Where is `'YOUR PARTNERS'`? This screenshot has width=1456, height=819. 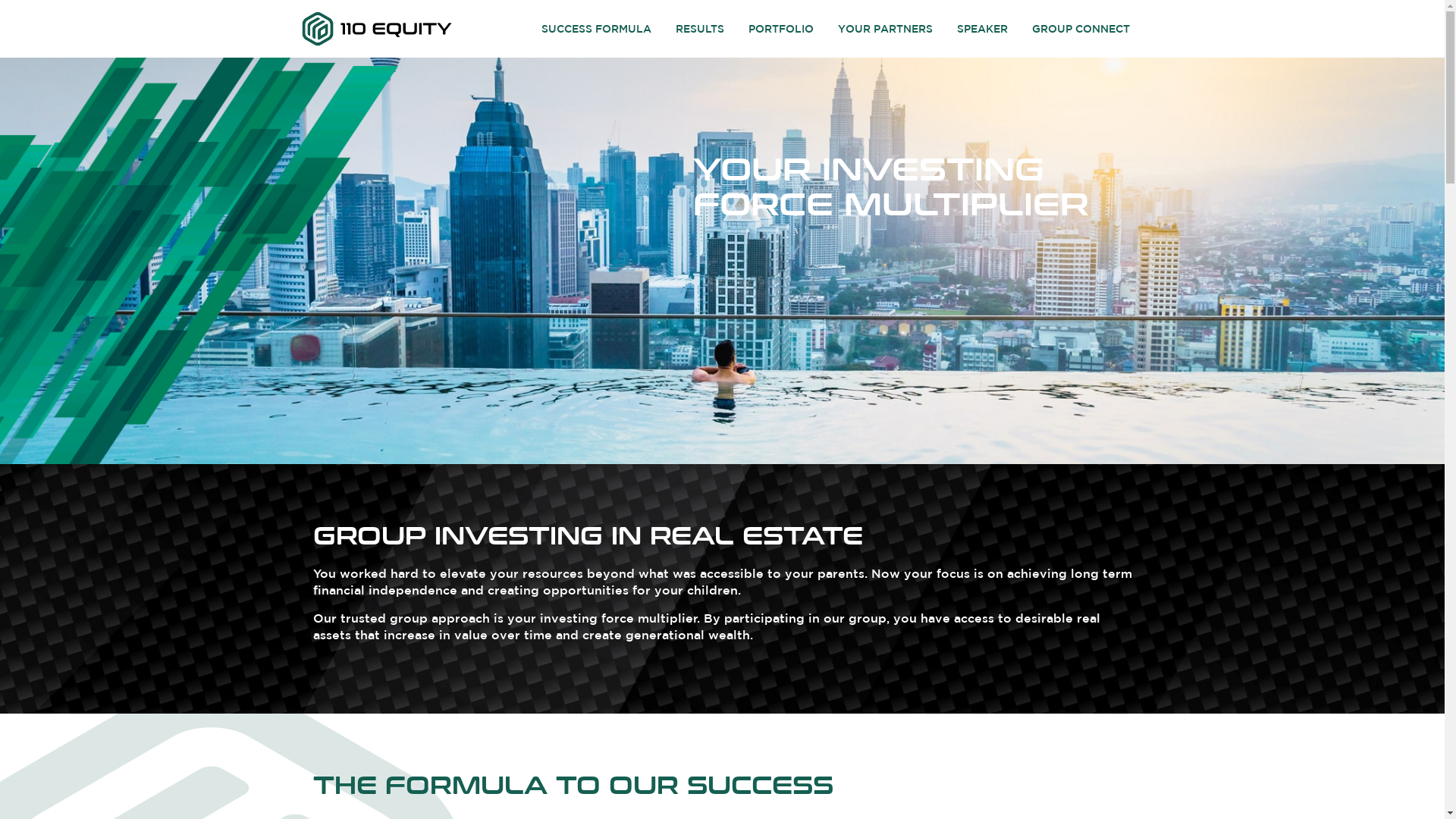 'YOUR PARTNERS' is located at coordinates (885, 29).